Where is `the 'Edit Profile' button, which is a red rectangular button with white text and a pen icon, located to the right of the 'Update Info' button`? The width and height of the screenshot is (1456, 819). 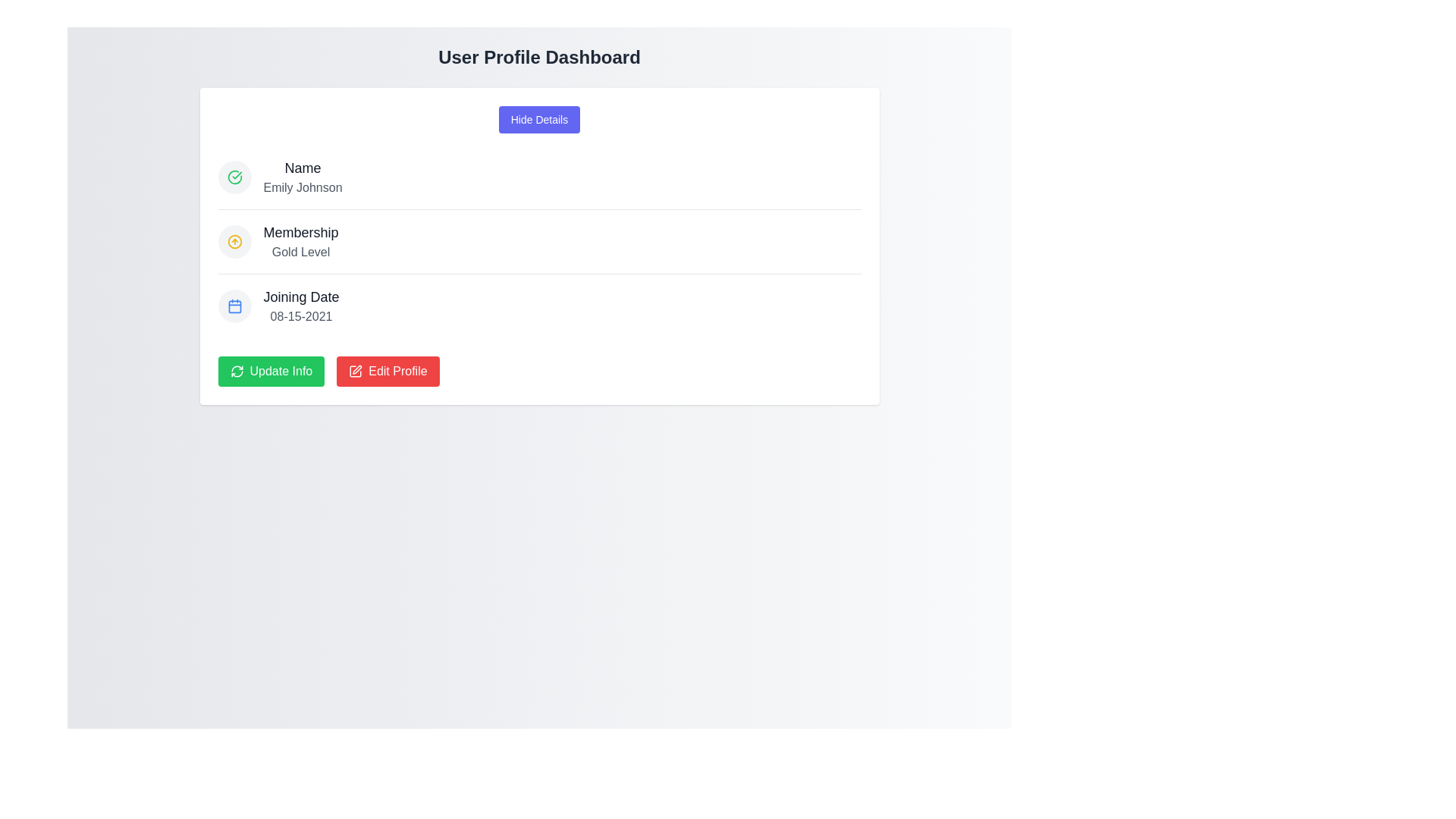
the 'Edit Profile' button, which is a red rectangular button with white text and a pen icon, located to the right of the 'Update Info' button is located at coordinates (388, 371).